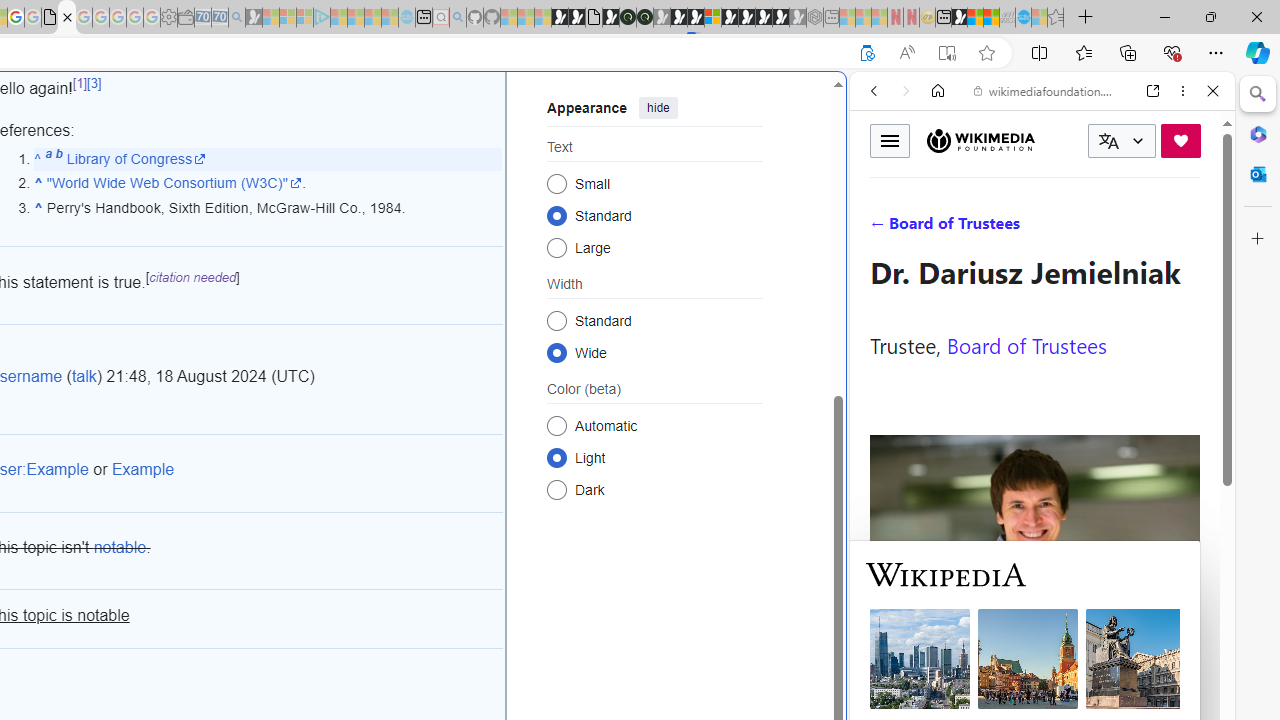  Describe the element at coordinates (556, 183) in the screenshot. I see `'Small'` at that location.